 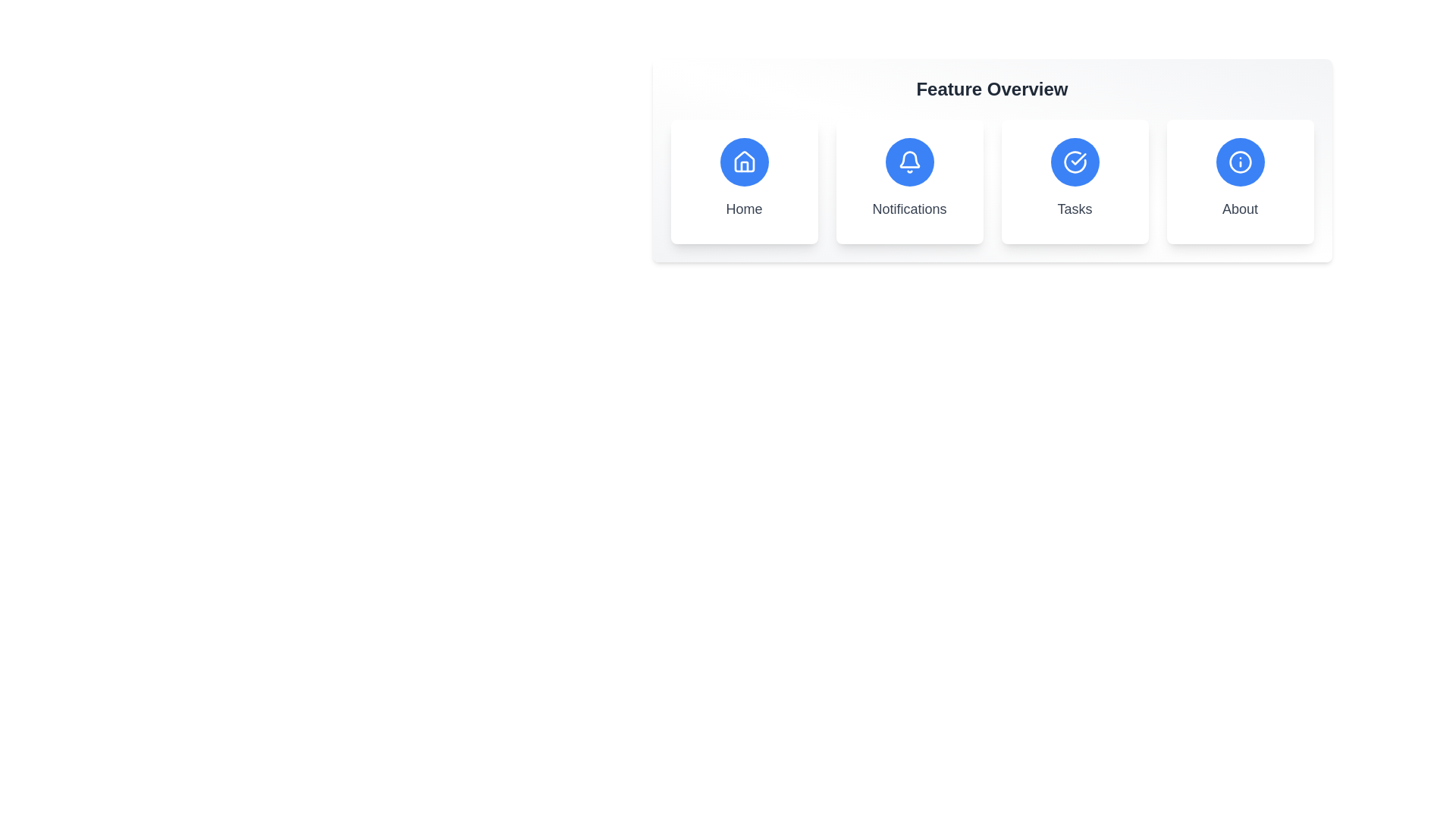 What do you see at coordinates (1240, 162) in the screenshot?
I see `the informational icon, which is a circular icon with a white 'i' symbol inside a blue circle, located in the 'About' section of the feature overview cards` at bounding box center [1240, 162].